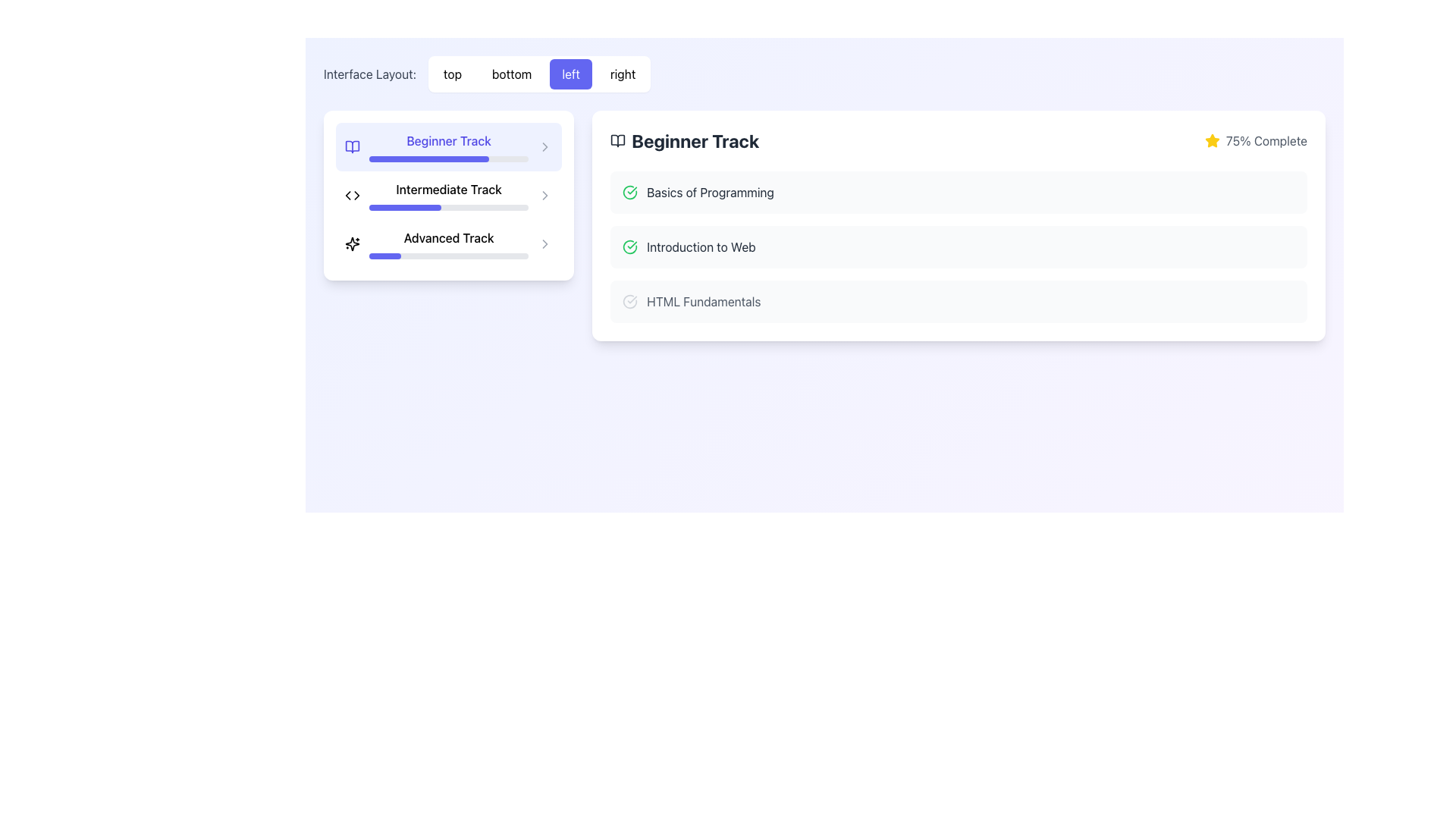 The width and height of the screenshot is (1456, 819). I want to click on the icon located to the left of the '75% Complete' text in the top-right corner of the card to emphasize the associated progress information, so click(1211, 140).